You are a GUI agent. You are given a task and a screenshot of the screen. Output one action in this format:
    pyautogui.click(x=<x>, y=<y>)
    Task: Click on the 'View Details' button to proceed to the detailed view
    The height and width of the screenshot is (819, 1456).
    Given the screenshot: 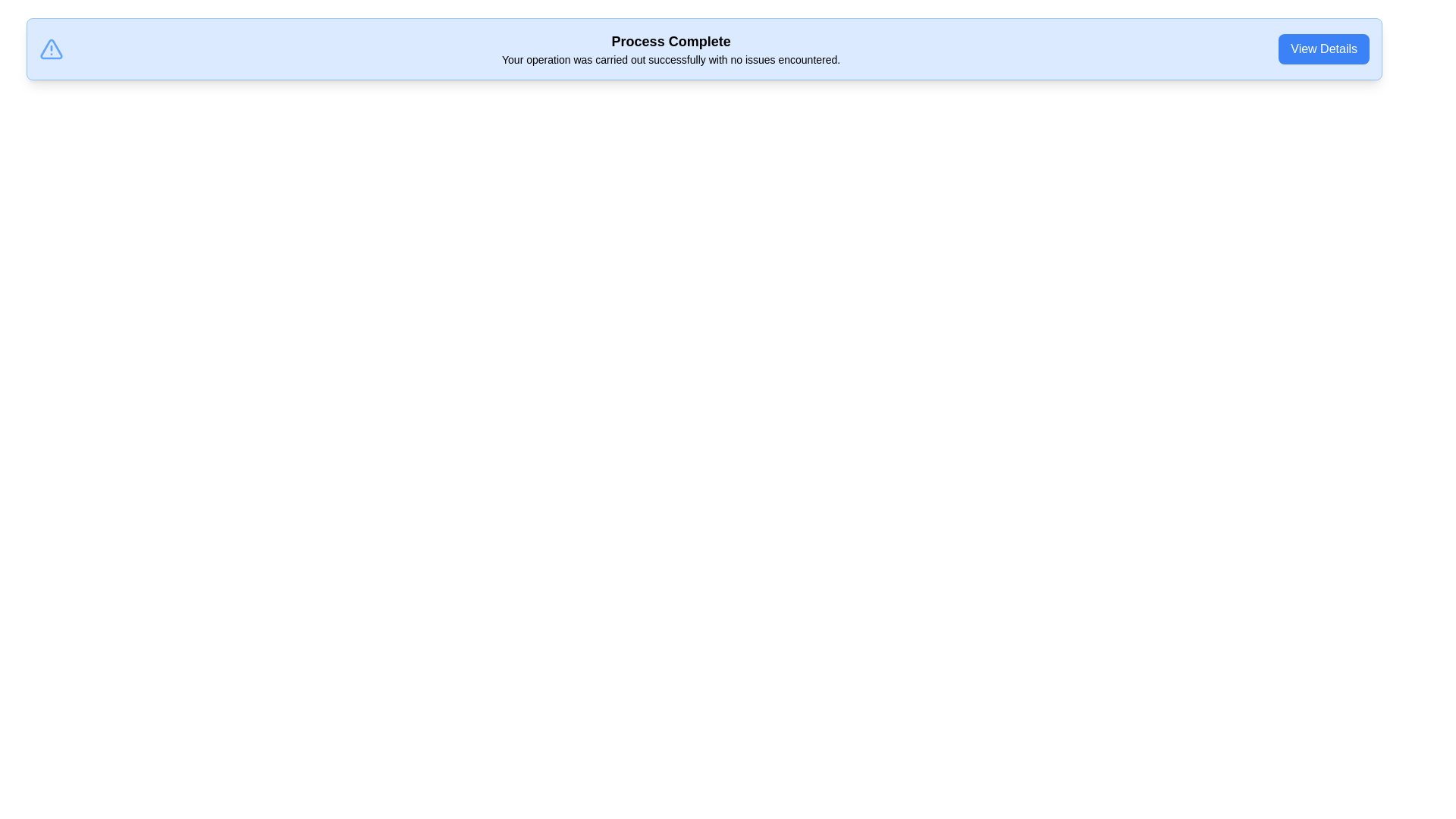 What is the action you would take?
    pyautogui.click(x=1323, y=49)
    